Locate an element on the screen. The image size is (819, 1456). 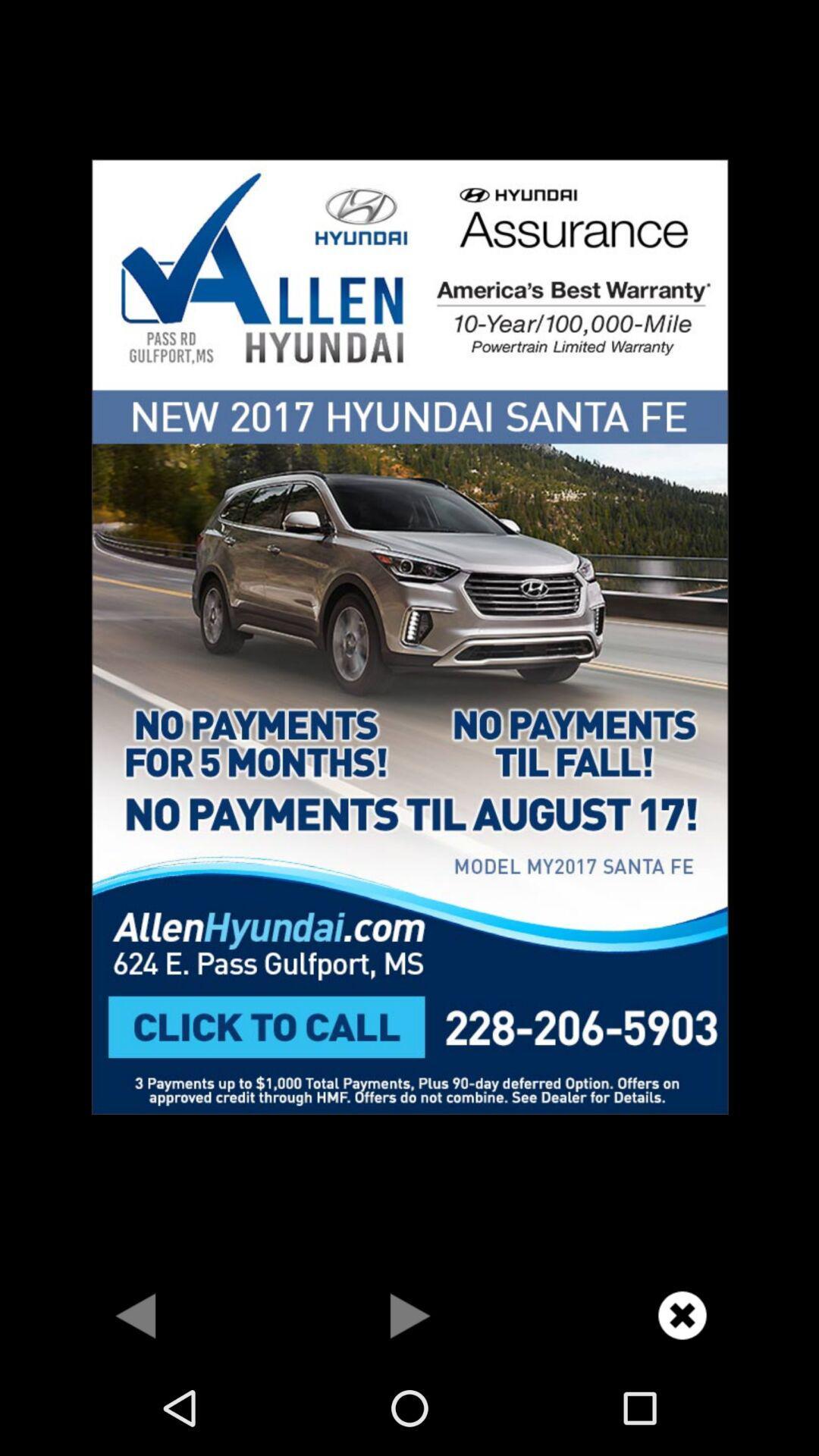
the play icon is located at coordinates (409, 1407).